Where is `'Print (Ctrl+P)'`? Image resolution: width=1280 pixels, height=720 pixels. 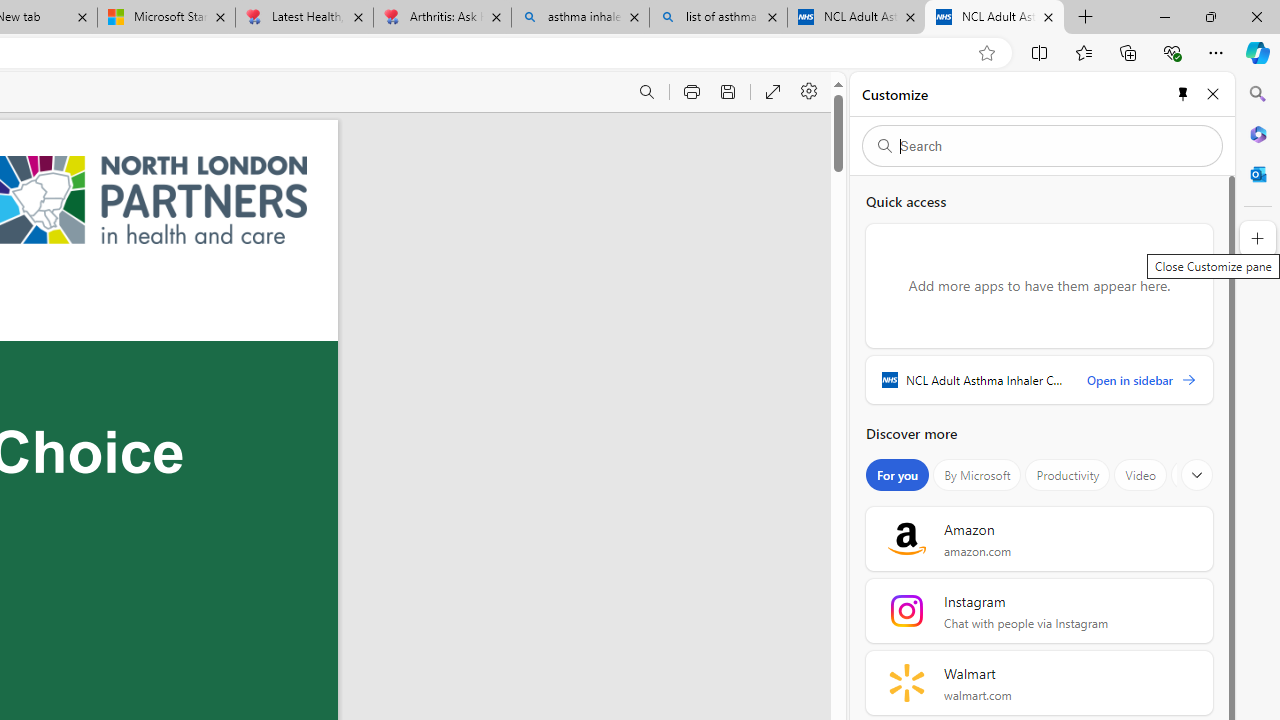
'Print (Ctrl+P)' is located at coordinates (692, 92).